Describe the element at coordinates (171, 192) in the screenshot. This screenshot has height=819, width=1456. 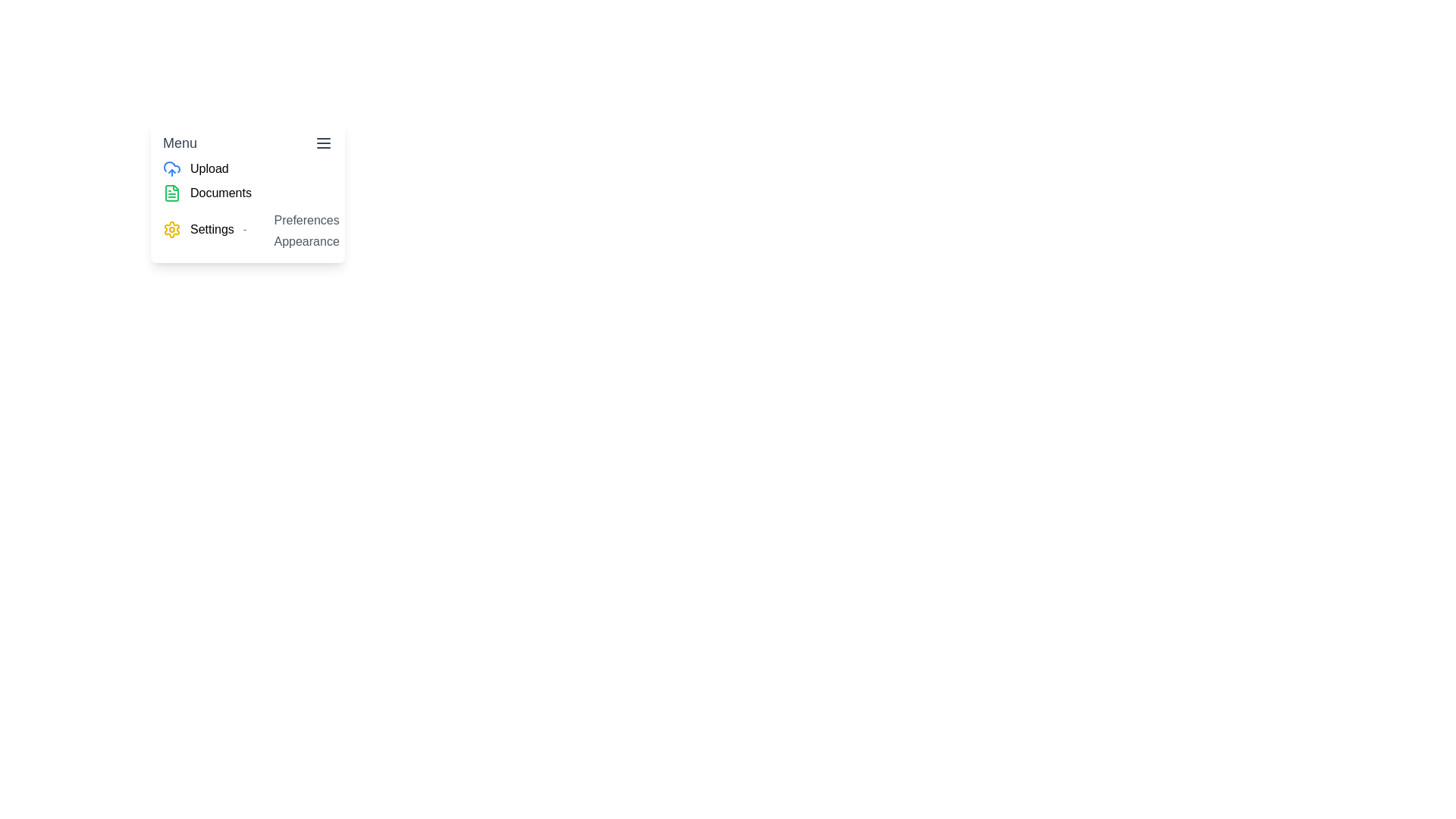
I see `the 'Documents' menu icon located to the left of the 'Documents' text label` at that location.